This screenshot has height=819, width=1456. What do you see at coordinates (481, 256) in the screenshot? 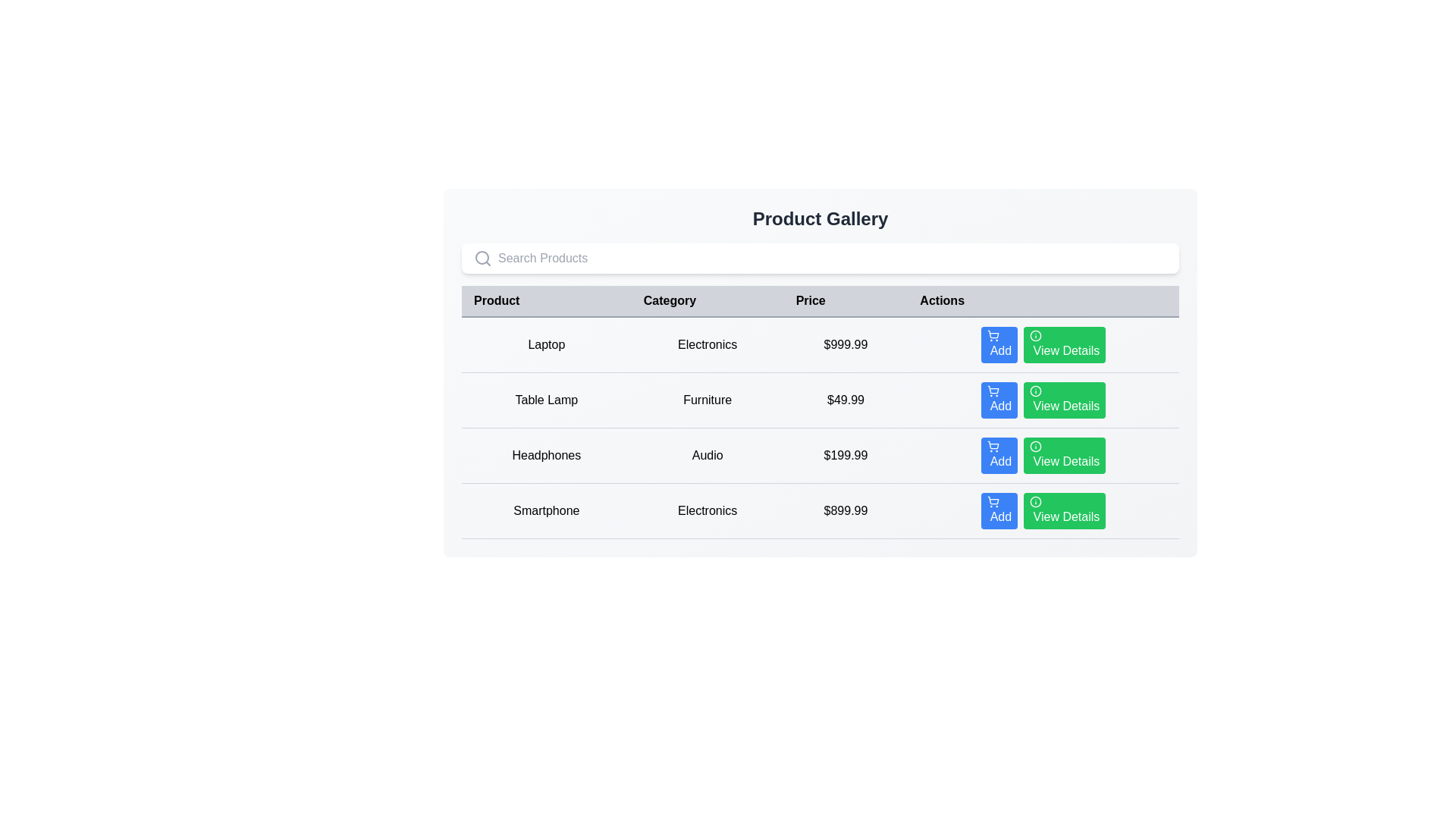
I see `the SVG Circle that serves as the left component of the search icon, which visually signifies a search function` at bounding box center [481, 256].